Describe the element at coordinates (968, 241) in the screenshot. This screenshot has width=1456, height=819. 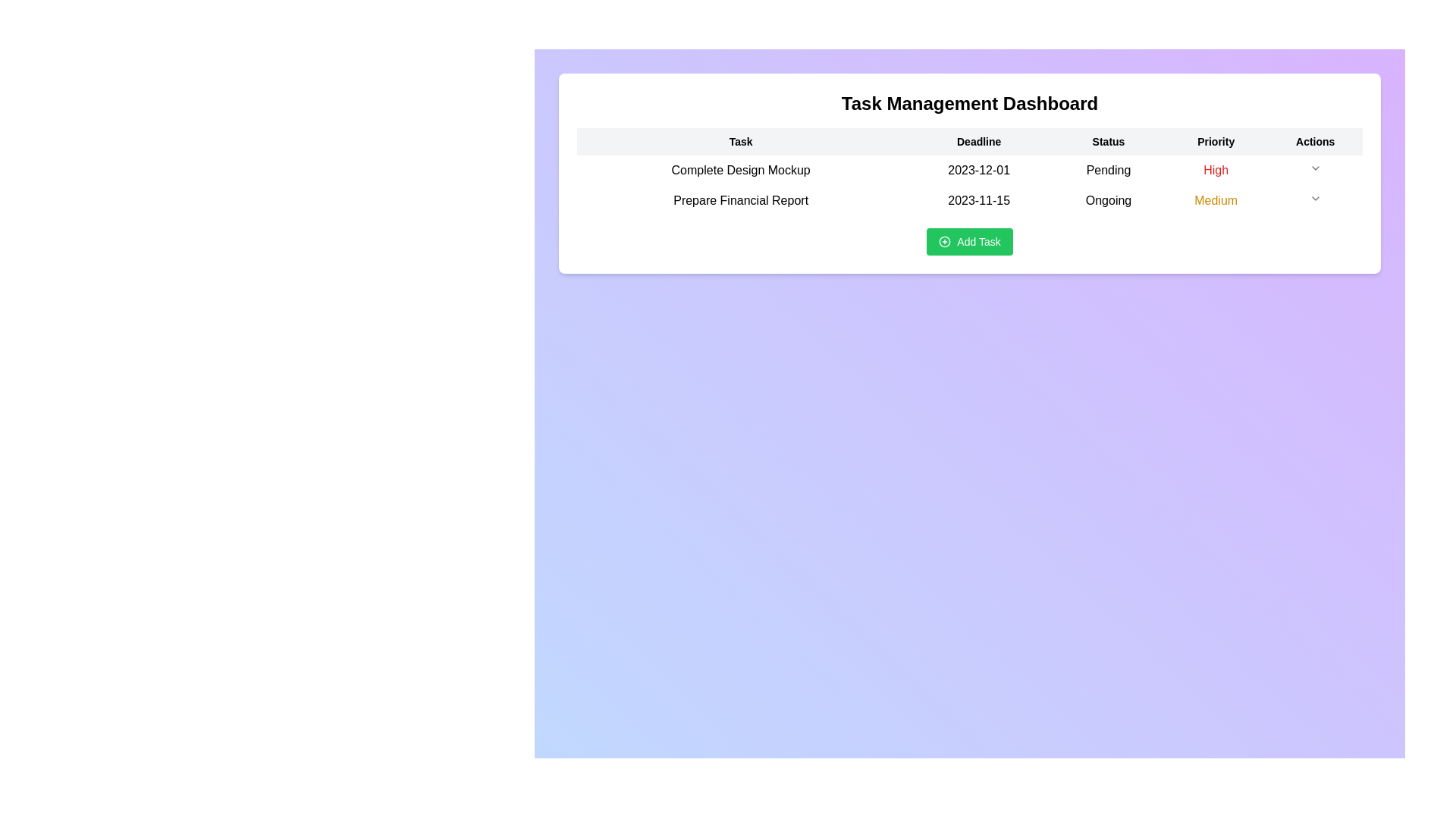
I see `the add task button located at the bottom of the task management list for keyboard interaction` at that location.